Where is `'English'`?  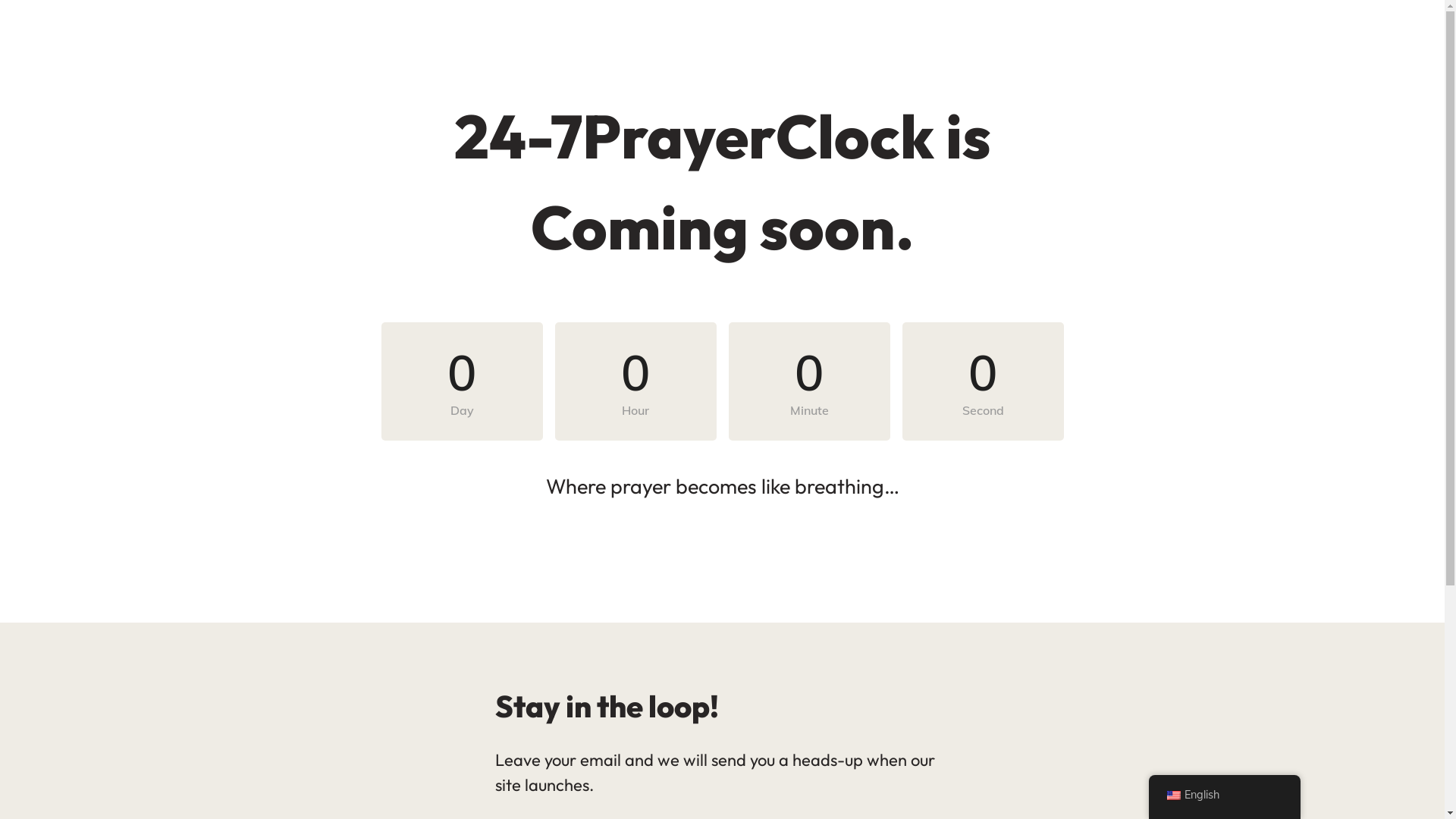
'English' is located at coordinates (1223, 795).